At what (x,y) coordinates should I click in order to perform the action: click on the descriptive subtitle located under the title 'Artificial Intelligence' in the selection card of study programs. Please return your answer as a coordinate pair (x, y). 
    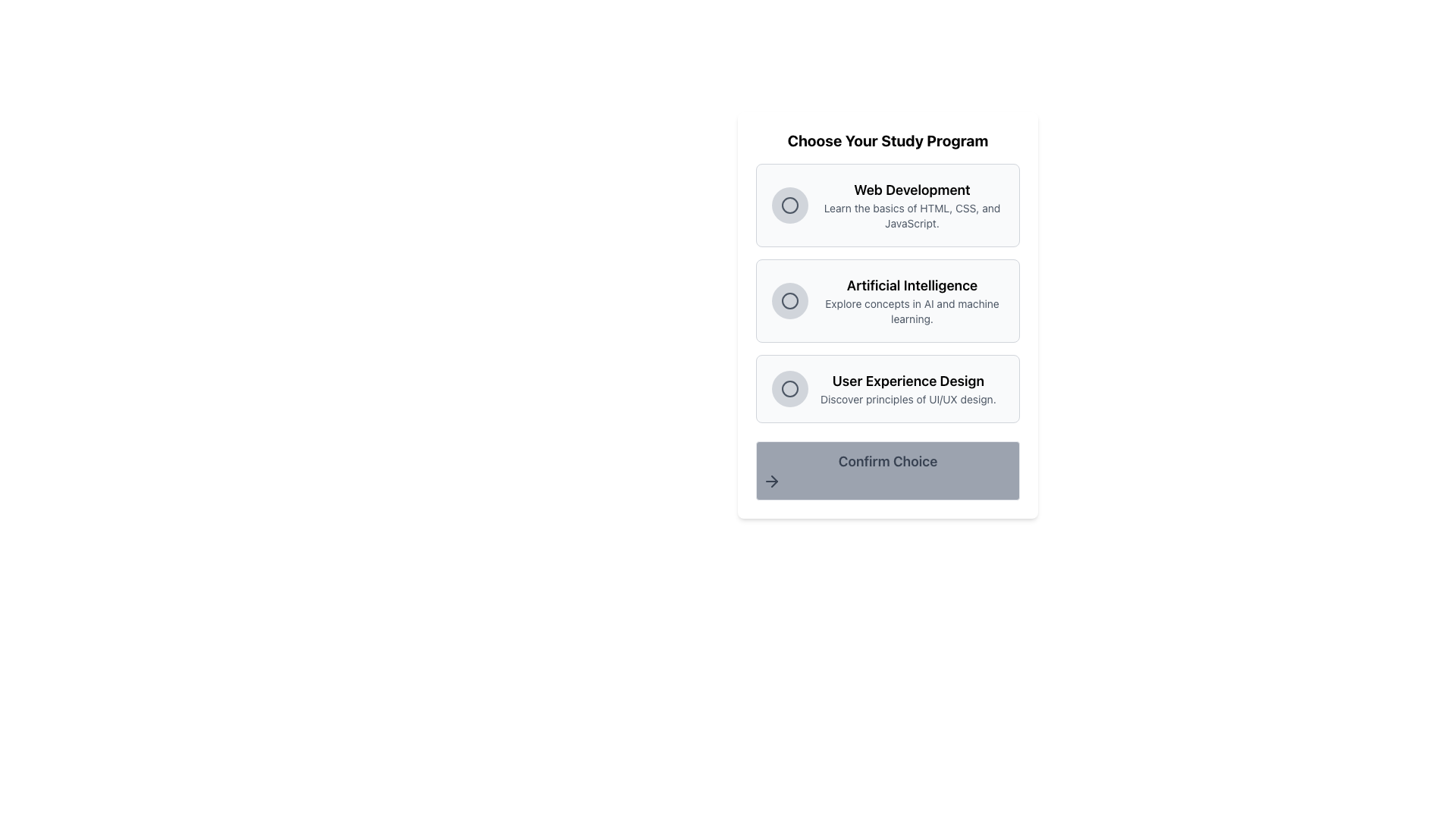
    Looking at the image, I should click on (912, 311).